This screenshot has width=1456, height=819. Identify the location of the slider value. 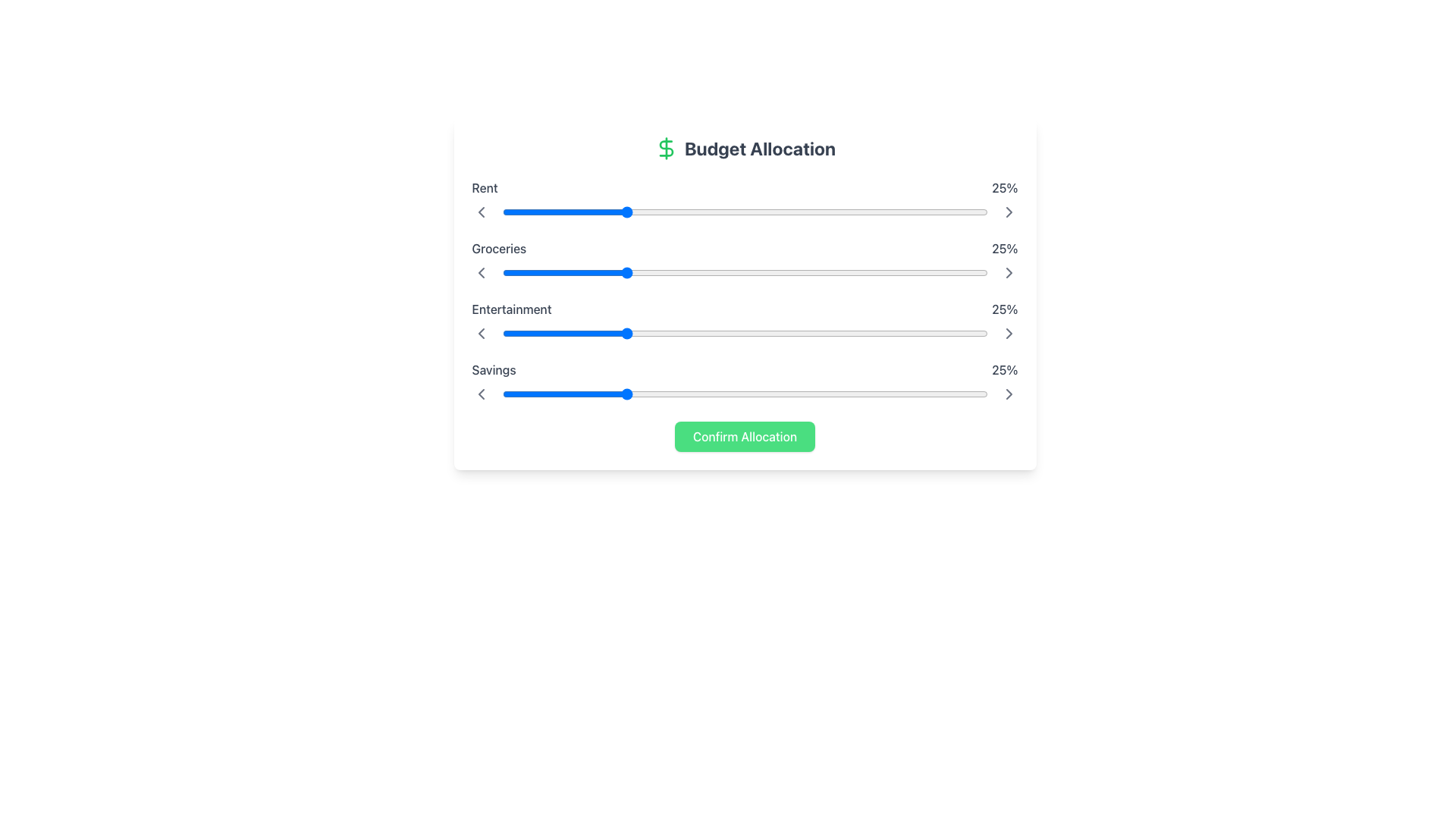
(594, 332).